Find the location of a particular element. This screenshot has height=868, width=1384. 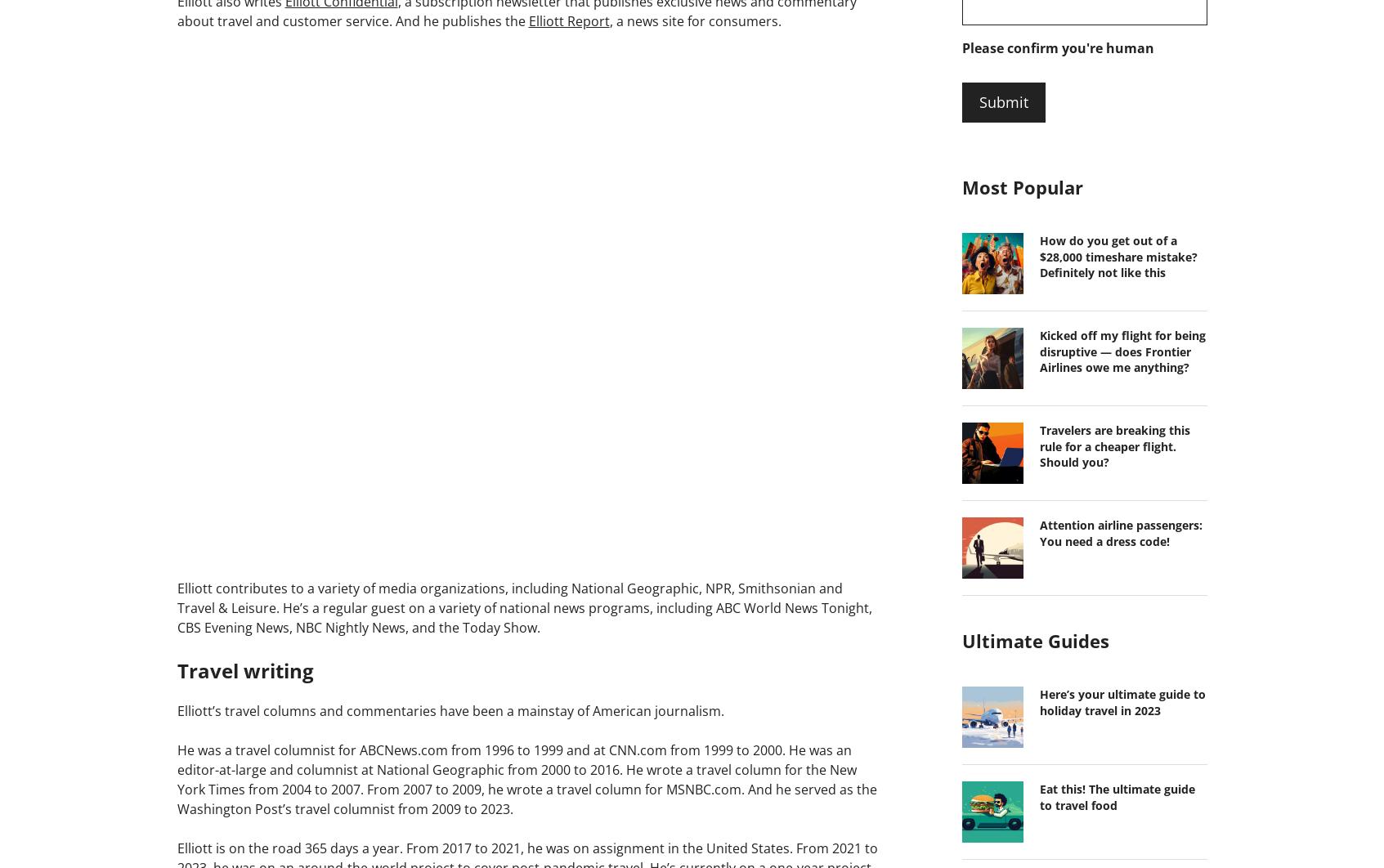

'How do you get out of a $28,000 timeshare mistake? Definitely not like this' is located at coordinates (1117, 256).